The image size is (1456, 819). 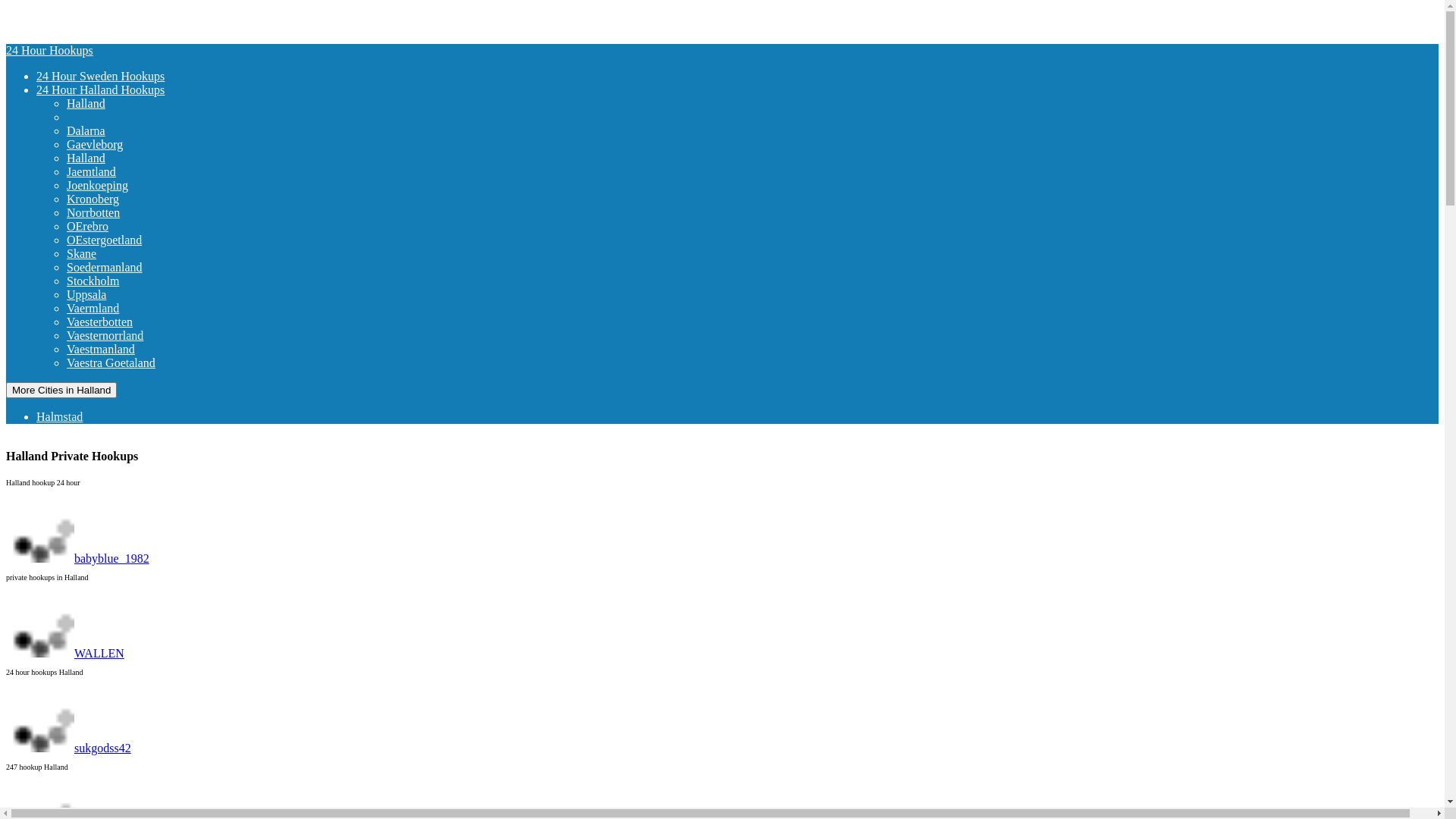 I want to click on 'Vaesterbotten', so click(x=126, y=321).